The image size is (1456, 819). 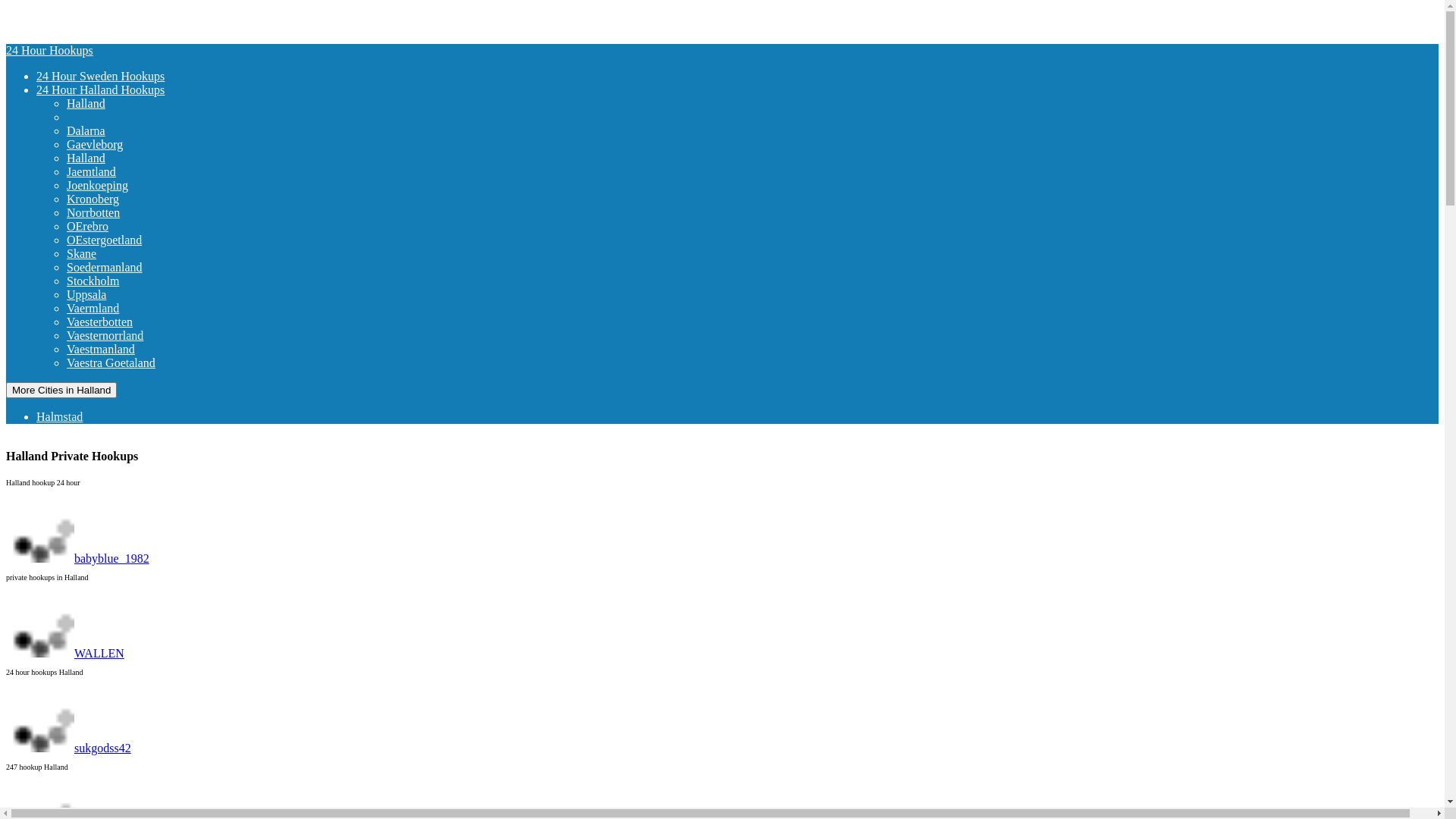 I want to click on 'Vaesterbotten', so click(x=126, y=321).